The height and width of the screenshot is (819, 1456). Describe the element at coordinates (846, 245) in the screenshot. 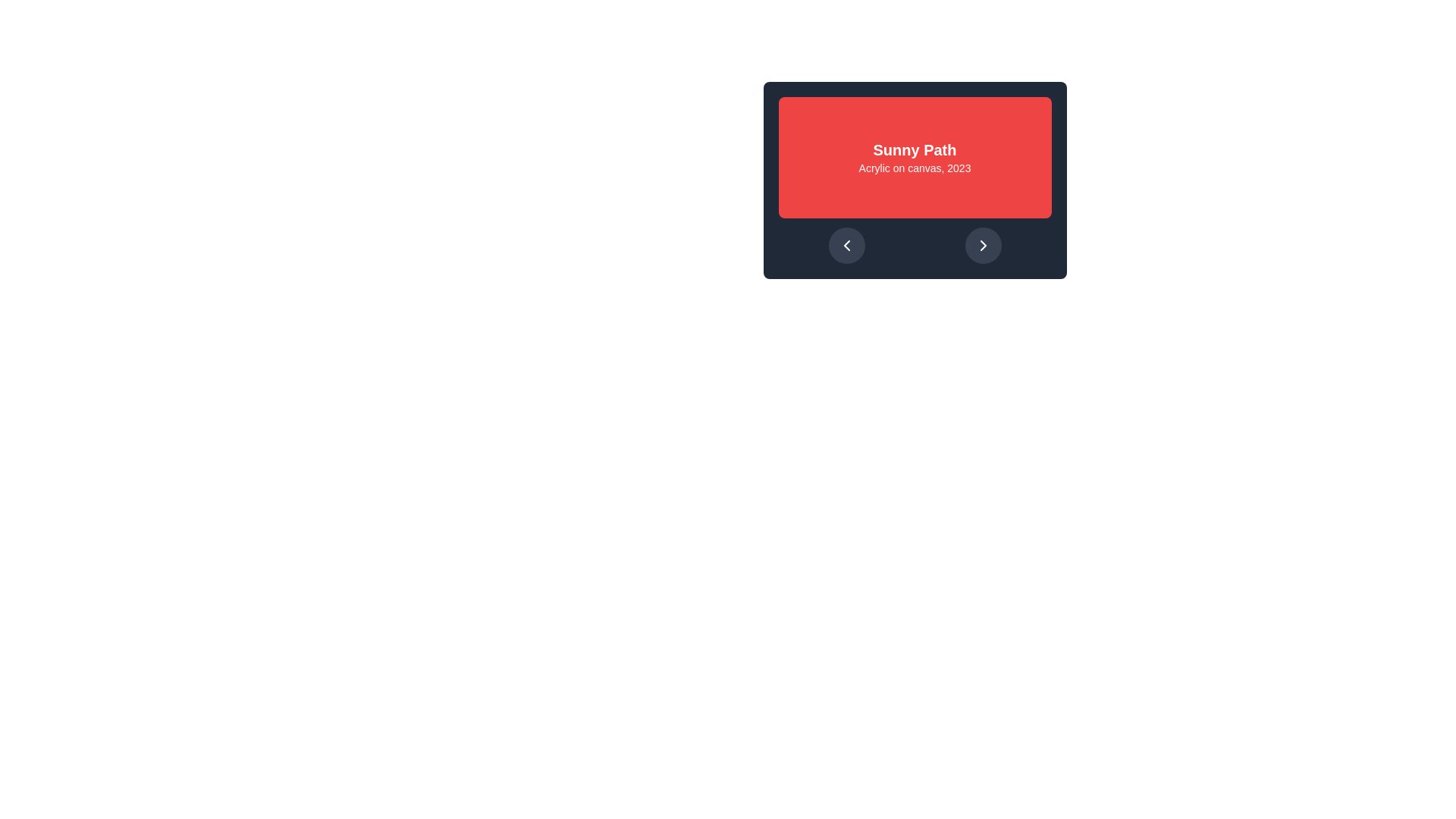

I see `the left-facing chevron icon located on the left side of the panel` at that location.